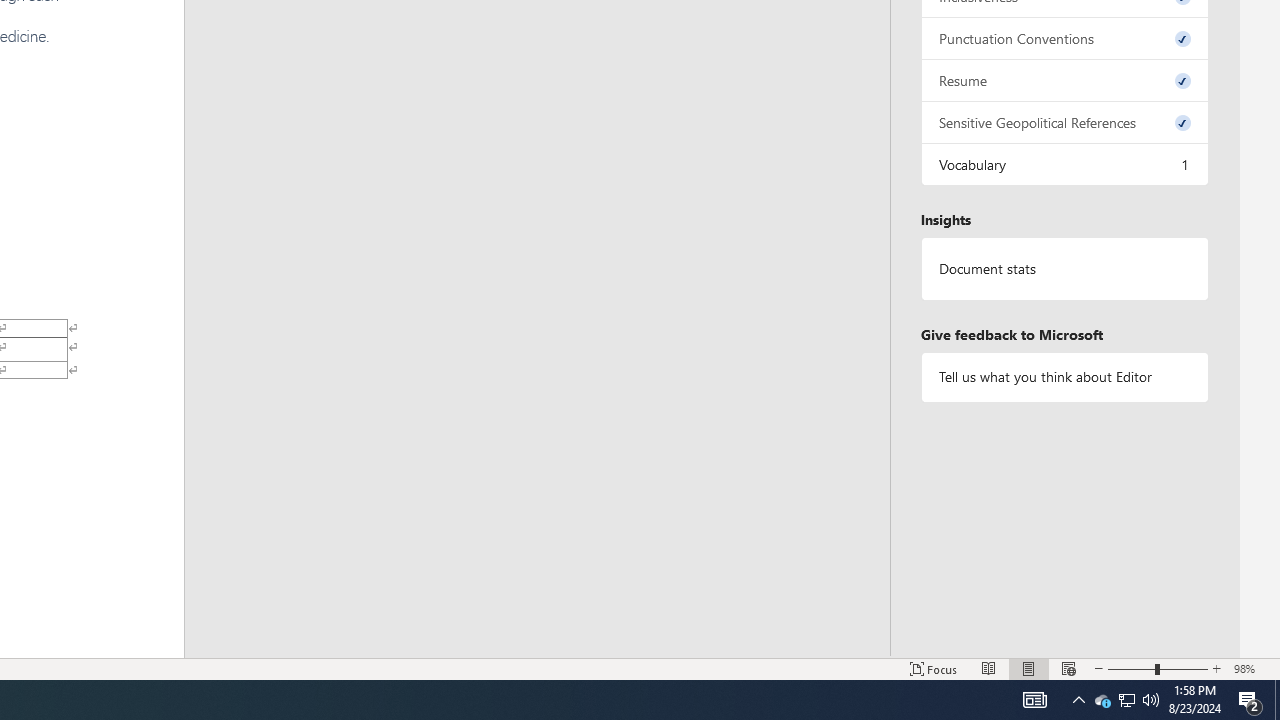 The image size is (1280, 720). What do you see at coordinates (1216, 669) in the screenshot?
I see `'Zoom In'` at bounding box center [1216, 669].